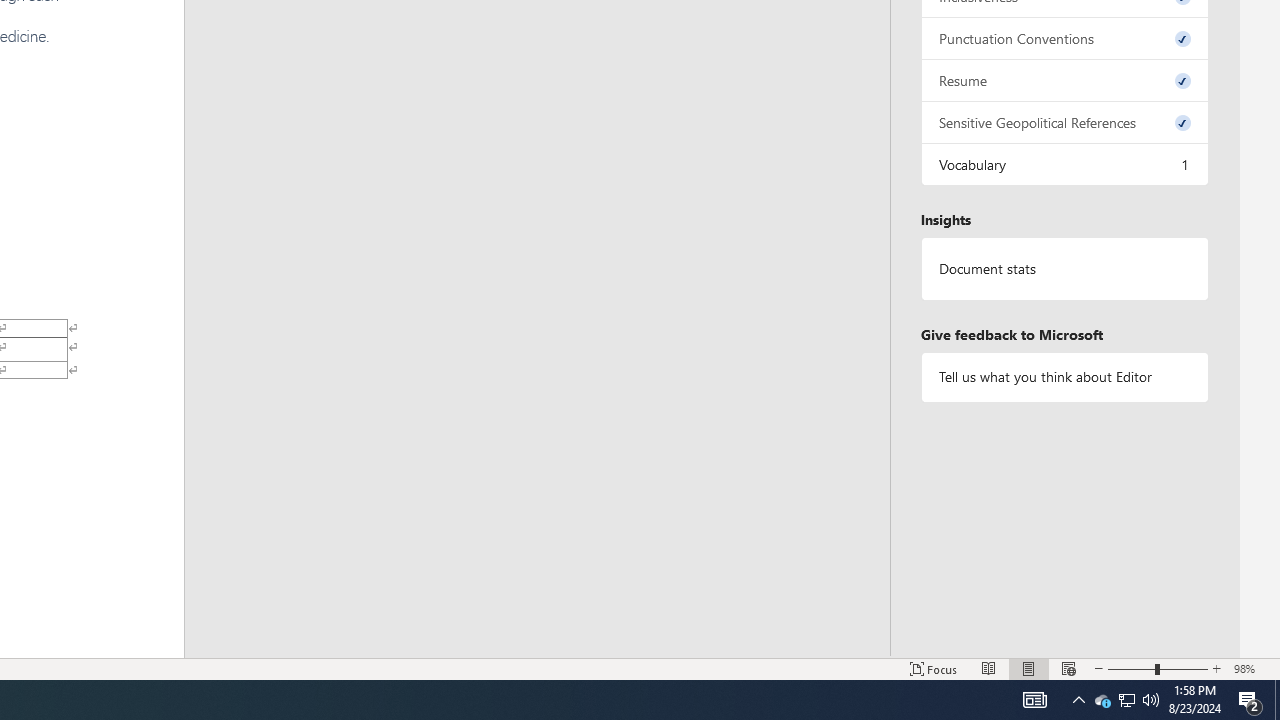 The image size is (1280, 720). What do you see at coordinates (1216, 669) in the screenshot?
I see `'Zoom In'` at bounding box center [1216, 669].